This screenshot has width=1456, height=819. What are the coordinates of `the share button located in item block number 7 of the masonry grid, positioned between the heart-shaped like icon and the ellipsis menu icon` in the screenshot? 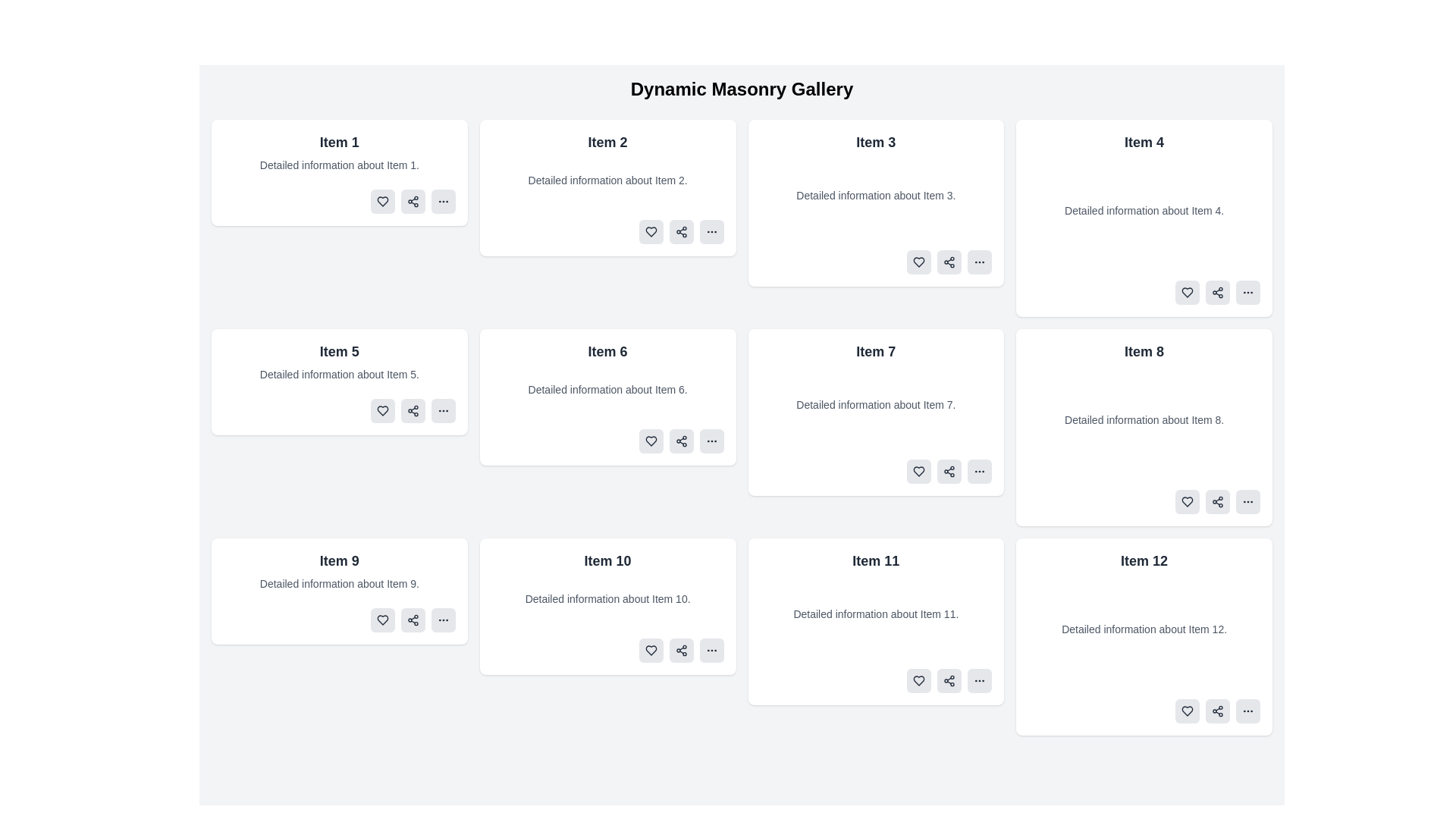 It's located at (949, 470).